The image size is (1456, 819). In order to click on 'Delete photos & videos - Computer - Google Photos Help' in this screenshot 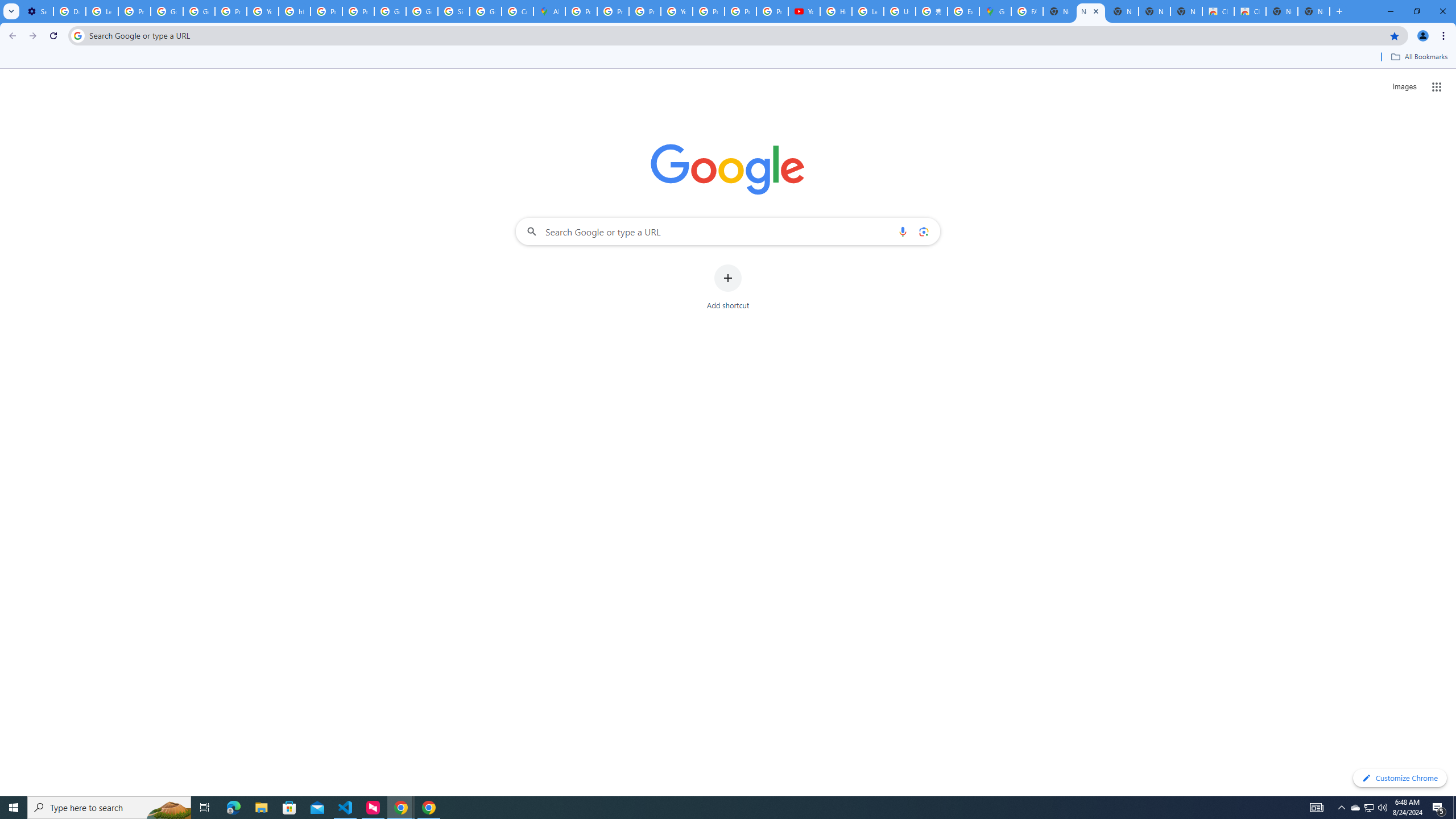, I will do `click(69, 11)`.